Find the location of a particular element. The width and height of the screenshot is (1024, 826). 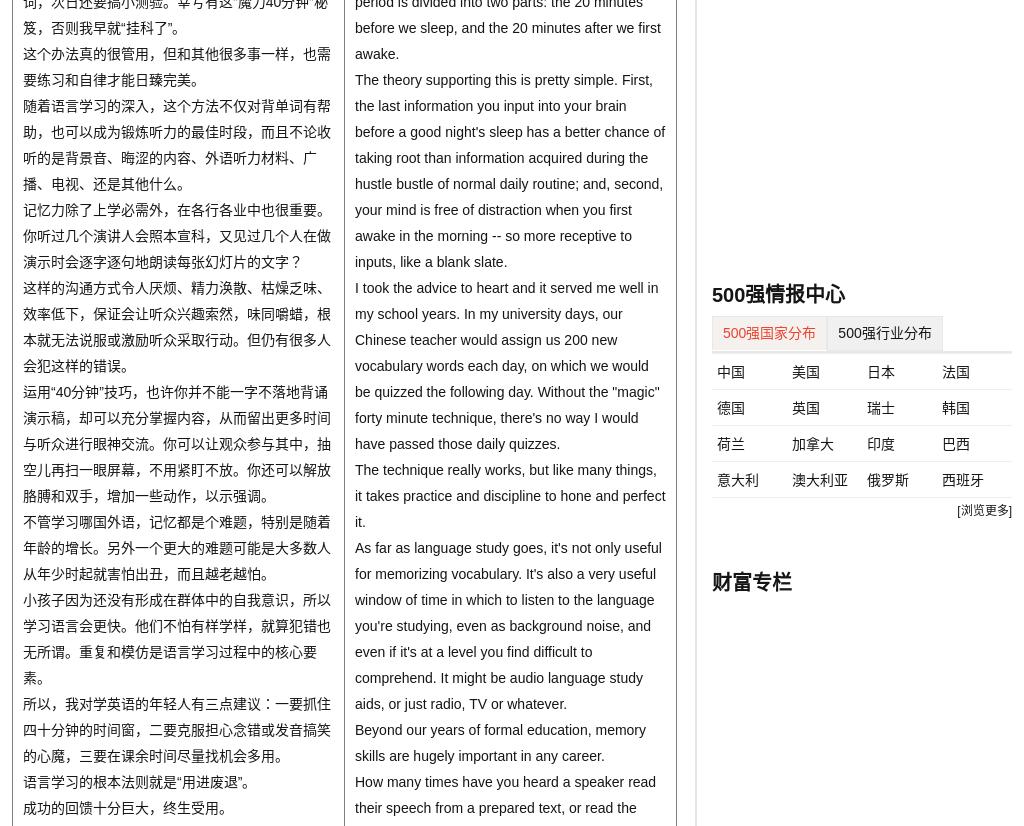

'As far as language study goes, it's not only useful for memorizing vocabulary. It's also a very useful window of time in which to listen to the language you're studying, even as background noise, and even if it's at a level you find difficult to comprehend. It might be audio language study aids, or just radio, TV or whatever.' is located at coordinates (507, 625).